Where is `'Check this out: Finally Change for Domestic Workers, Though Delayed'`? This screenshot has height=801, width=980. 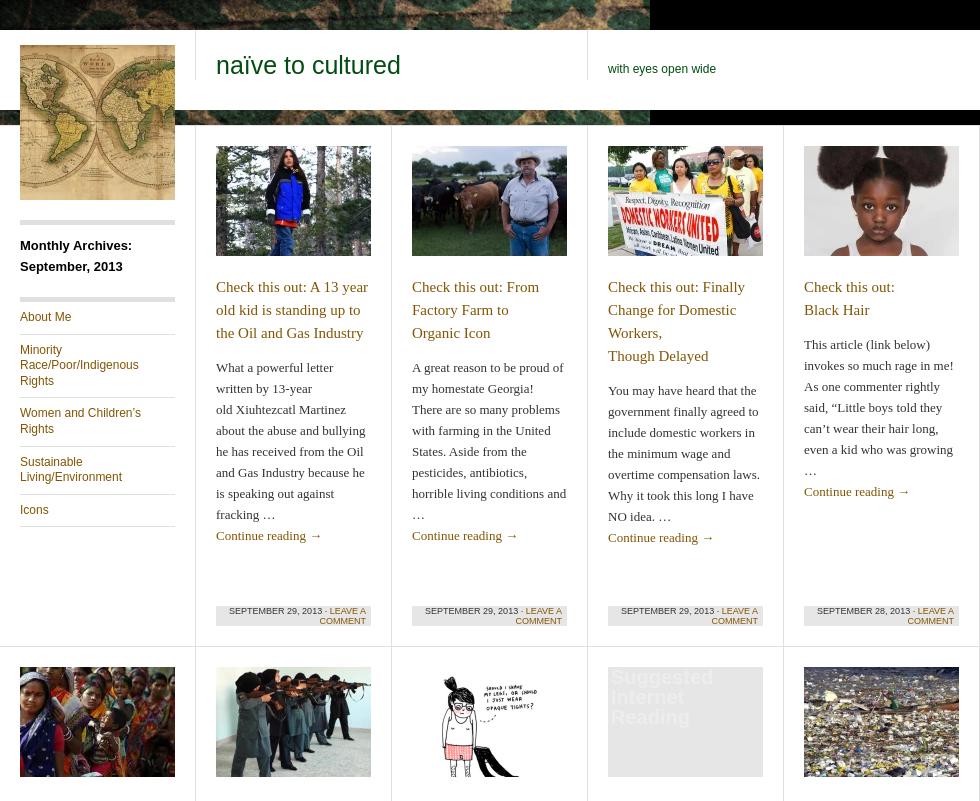
'Check this out: Finally Change for Domestic Workers, Though Delayed' is located at coordinates (607, 321).